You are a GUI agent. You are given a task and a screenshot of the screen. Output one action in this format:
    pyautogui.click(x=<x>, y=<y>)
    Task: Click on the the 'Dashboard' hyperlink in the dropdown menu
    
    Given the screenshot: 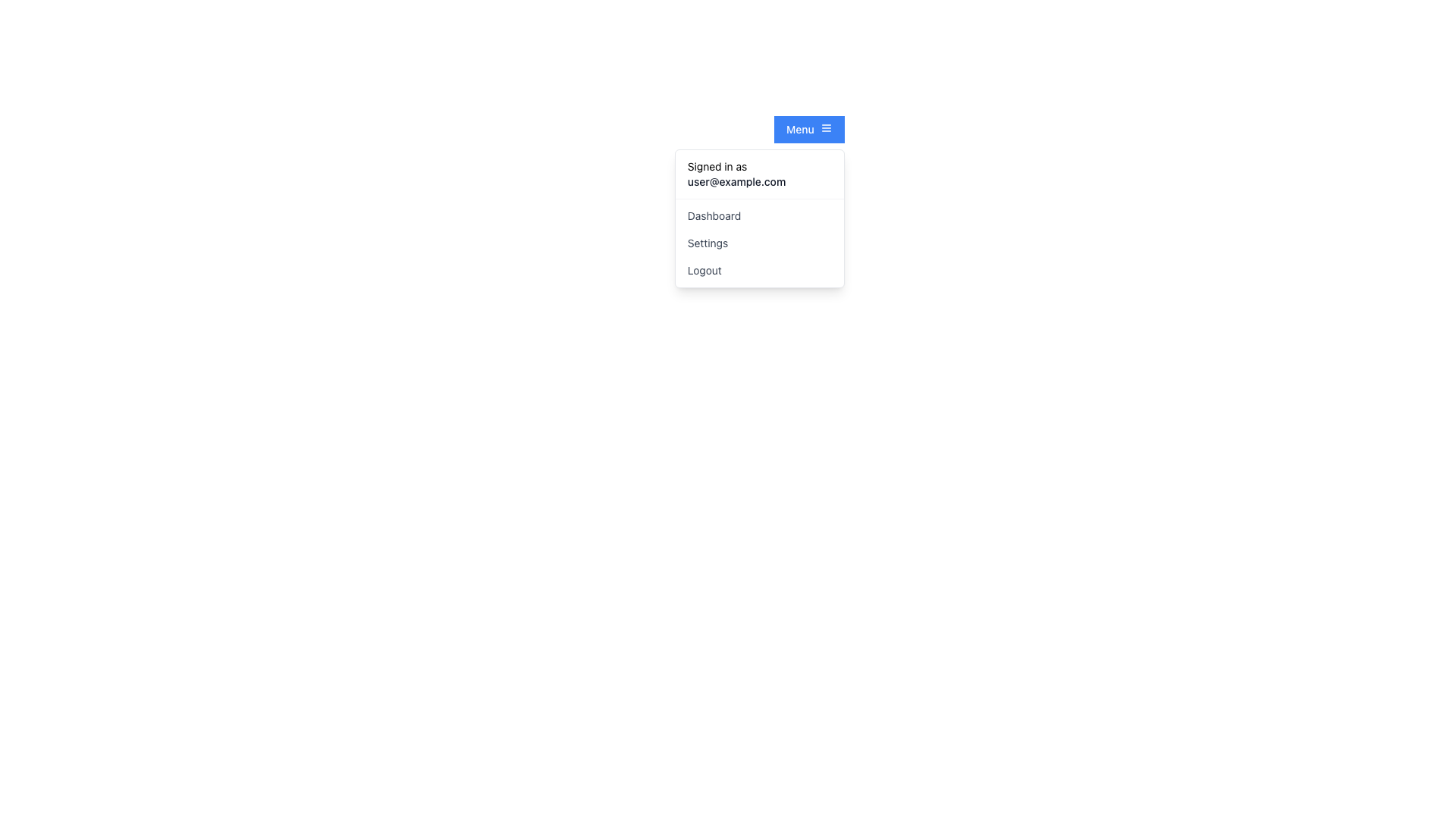 What is the action you would take?
    pyautogui.click(x=759, y=216)
    